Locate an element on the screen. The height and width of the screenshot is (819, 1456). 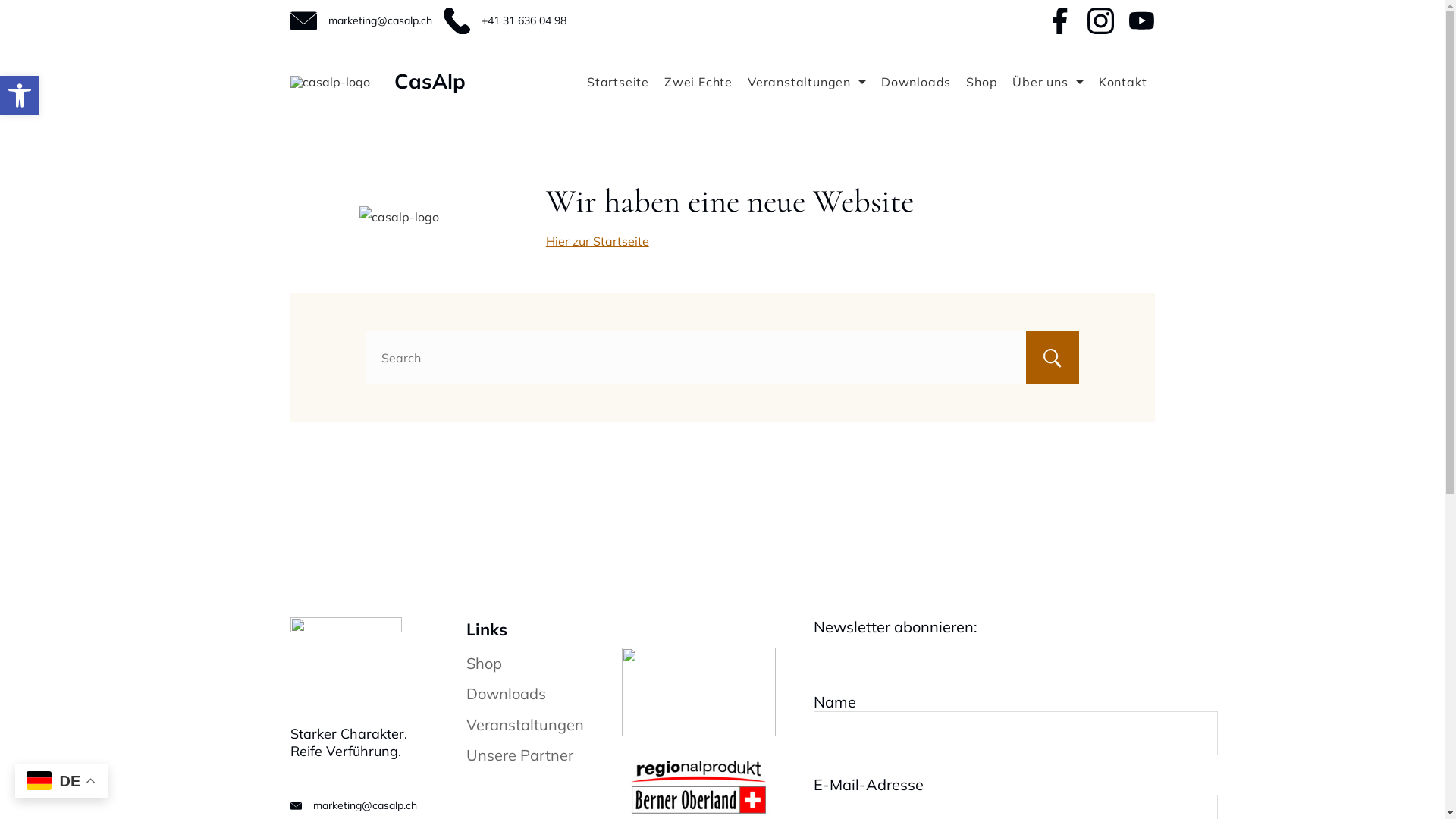
'Kontakt' is located at coordinates (1123, 82).